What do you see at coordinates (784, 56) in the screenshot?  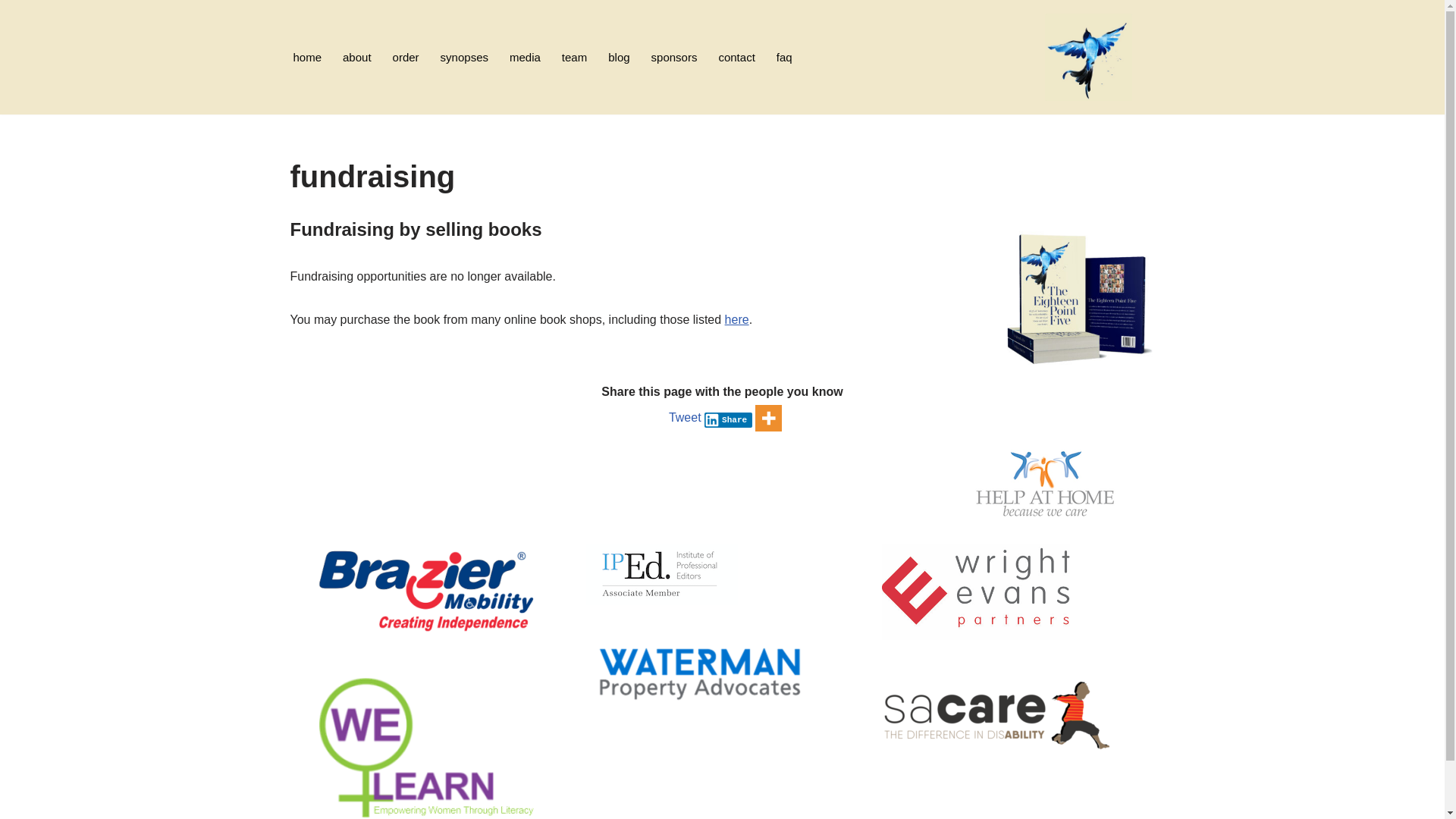 I see `'faq'` at bounding box center [784, 56].